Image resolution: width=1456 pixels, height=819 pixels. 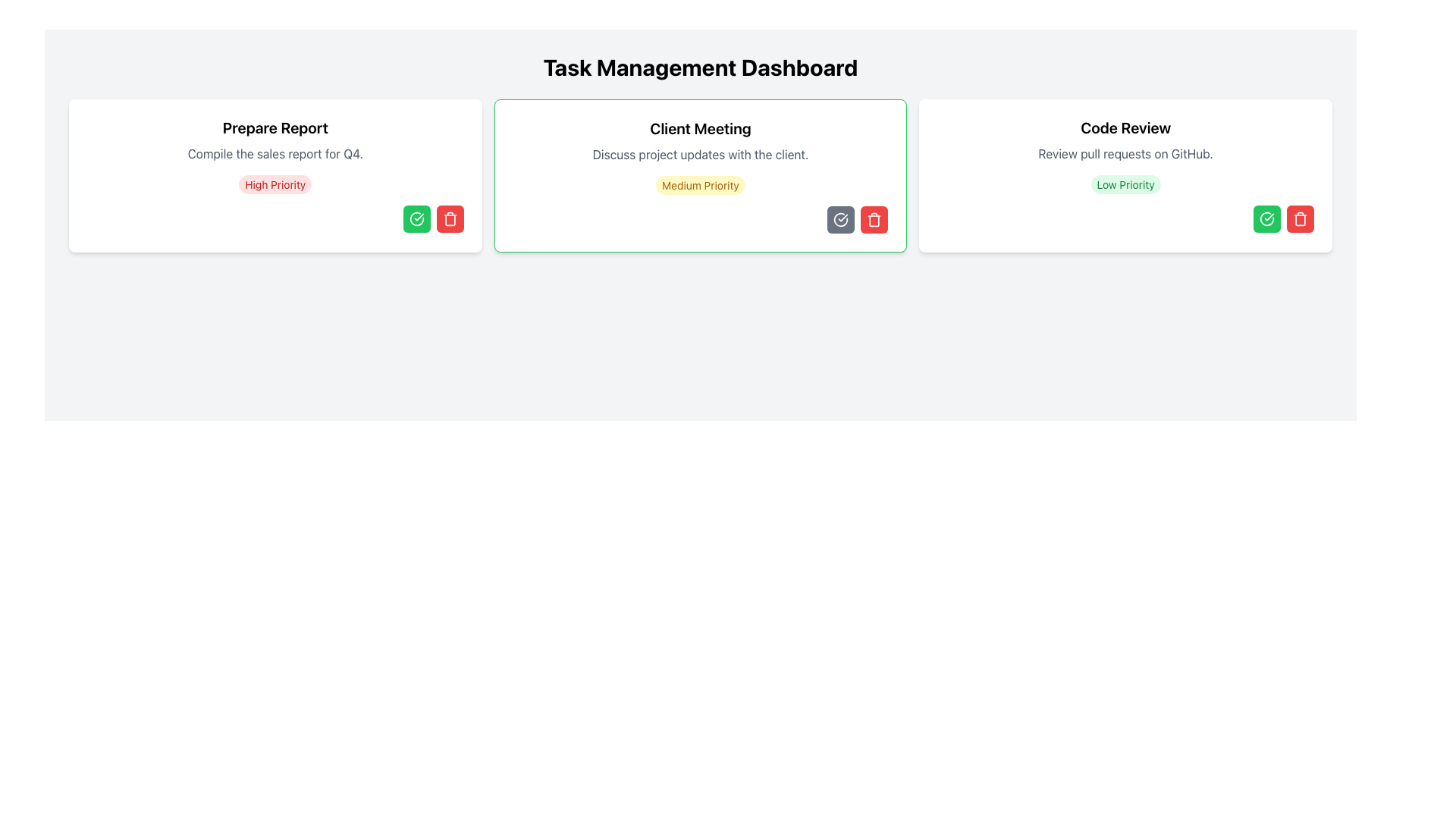 I want to click on the green circular icon with a checkmark inside, located in the 'Prepare Report' task card, to mark the task as completed, so click(x=416, y=219).